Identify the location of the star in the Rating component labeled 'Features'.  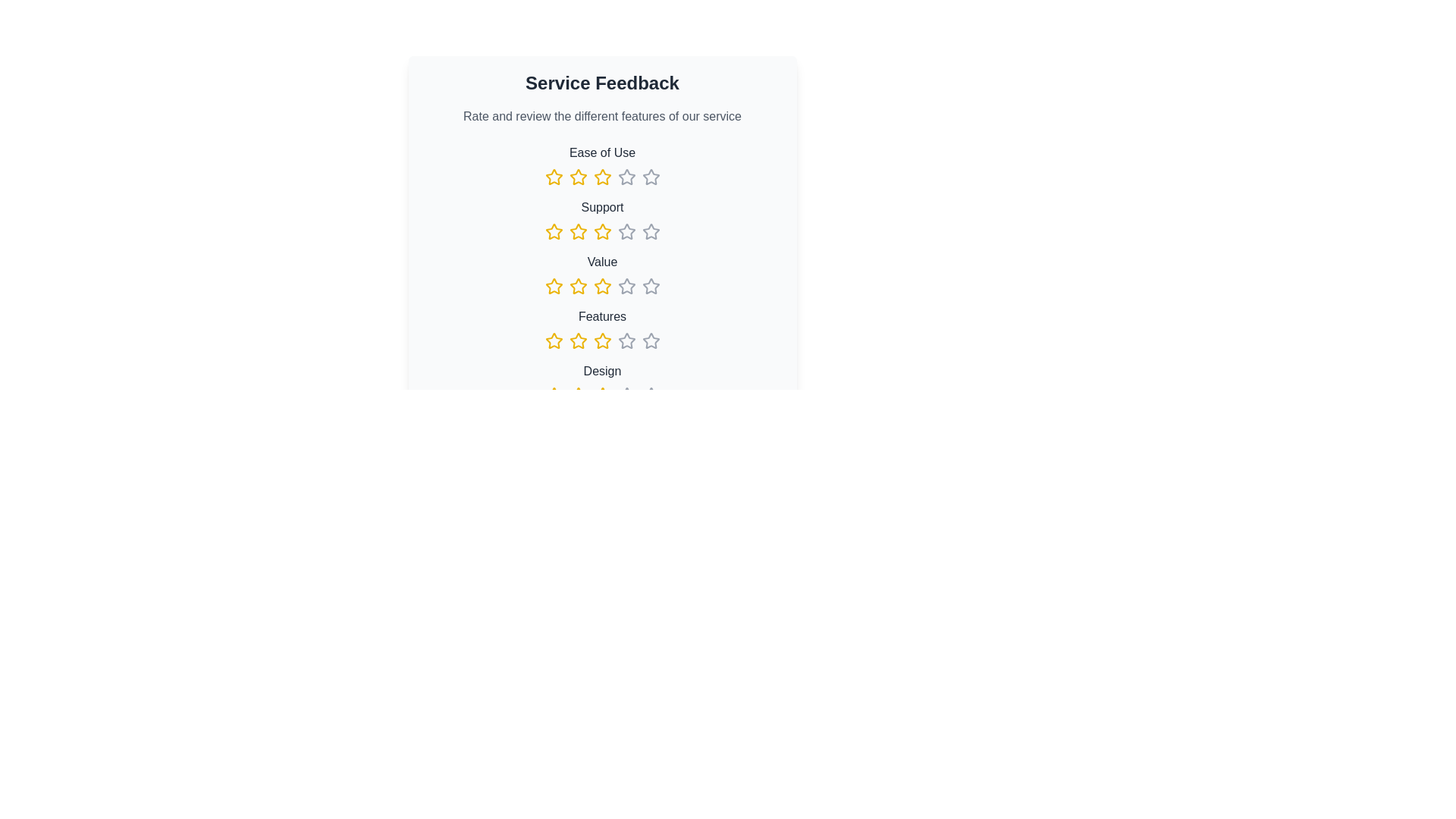
(601, 328).